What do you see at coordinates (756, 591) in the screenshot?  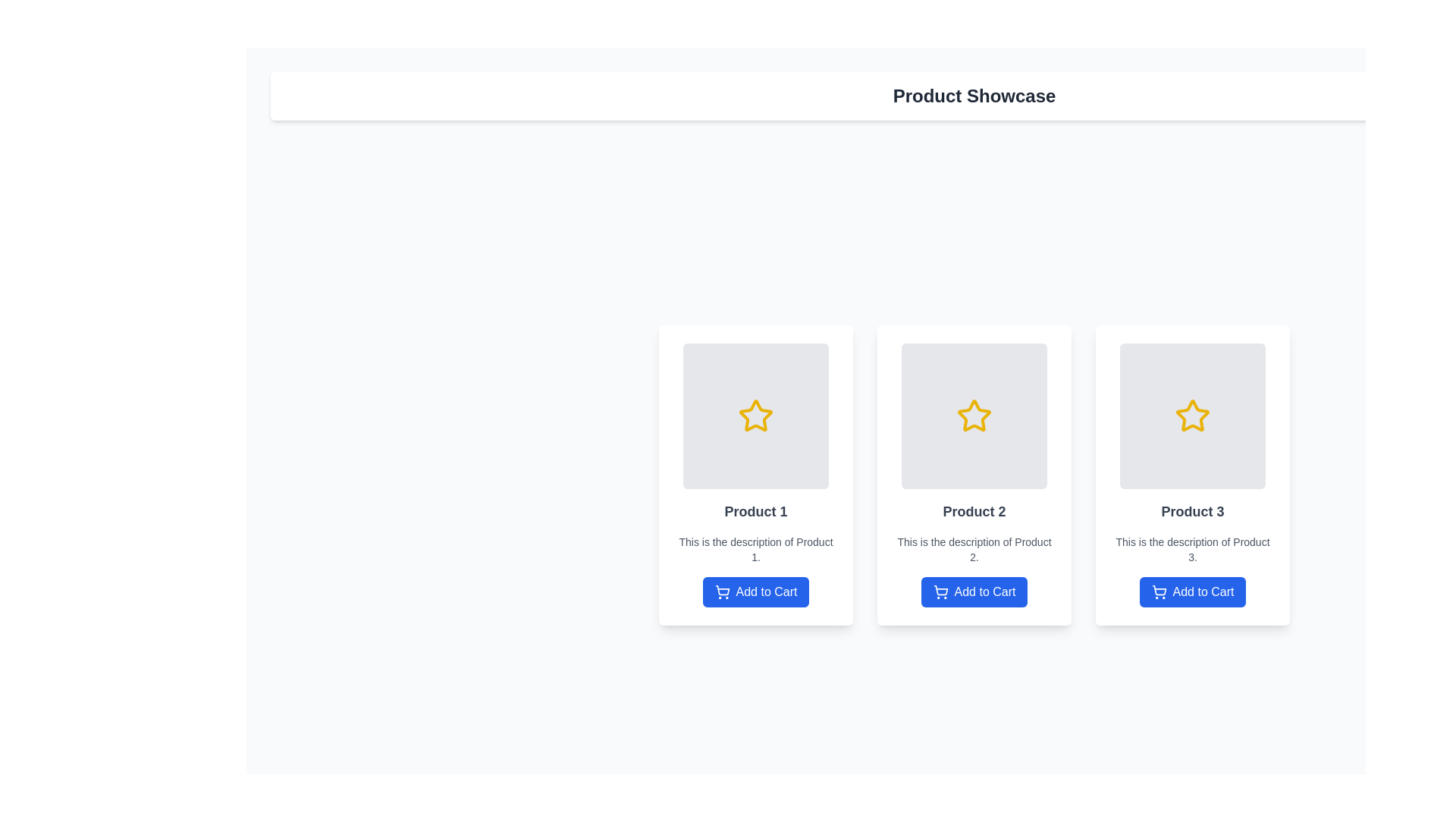 I see `the 'Add to Cart' button with blue background and white text` at bounding box center [756, 591].